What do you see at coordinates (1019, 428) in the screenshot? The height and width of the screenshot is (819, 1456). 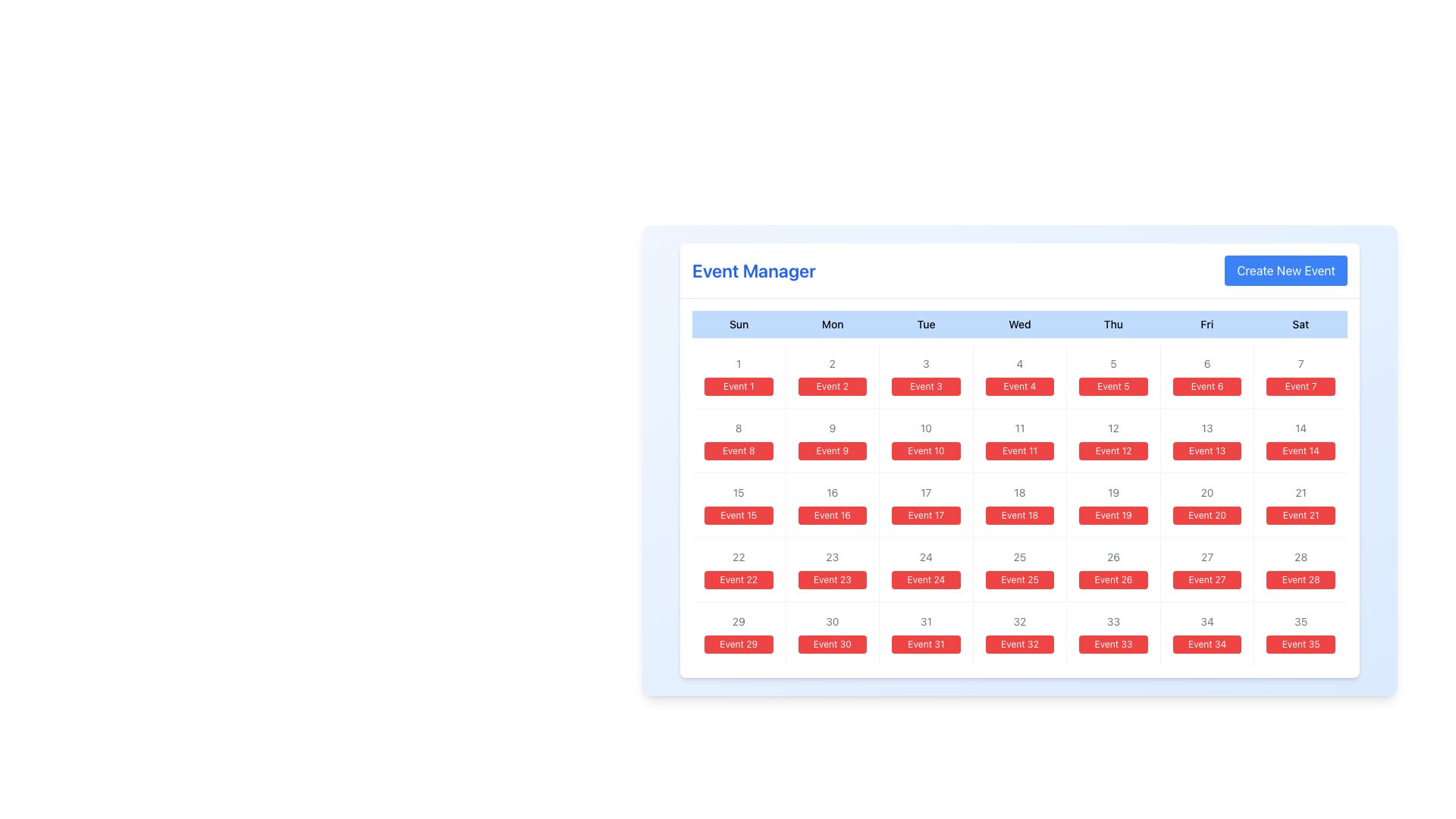 I see `the compact gray-colored static text displaying '11', which is positioned within the calendar grid above the 'Event 11' button` at bounding box center [1019, 428].